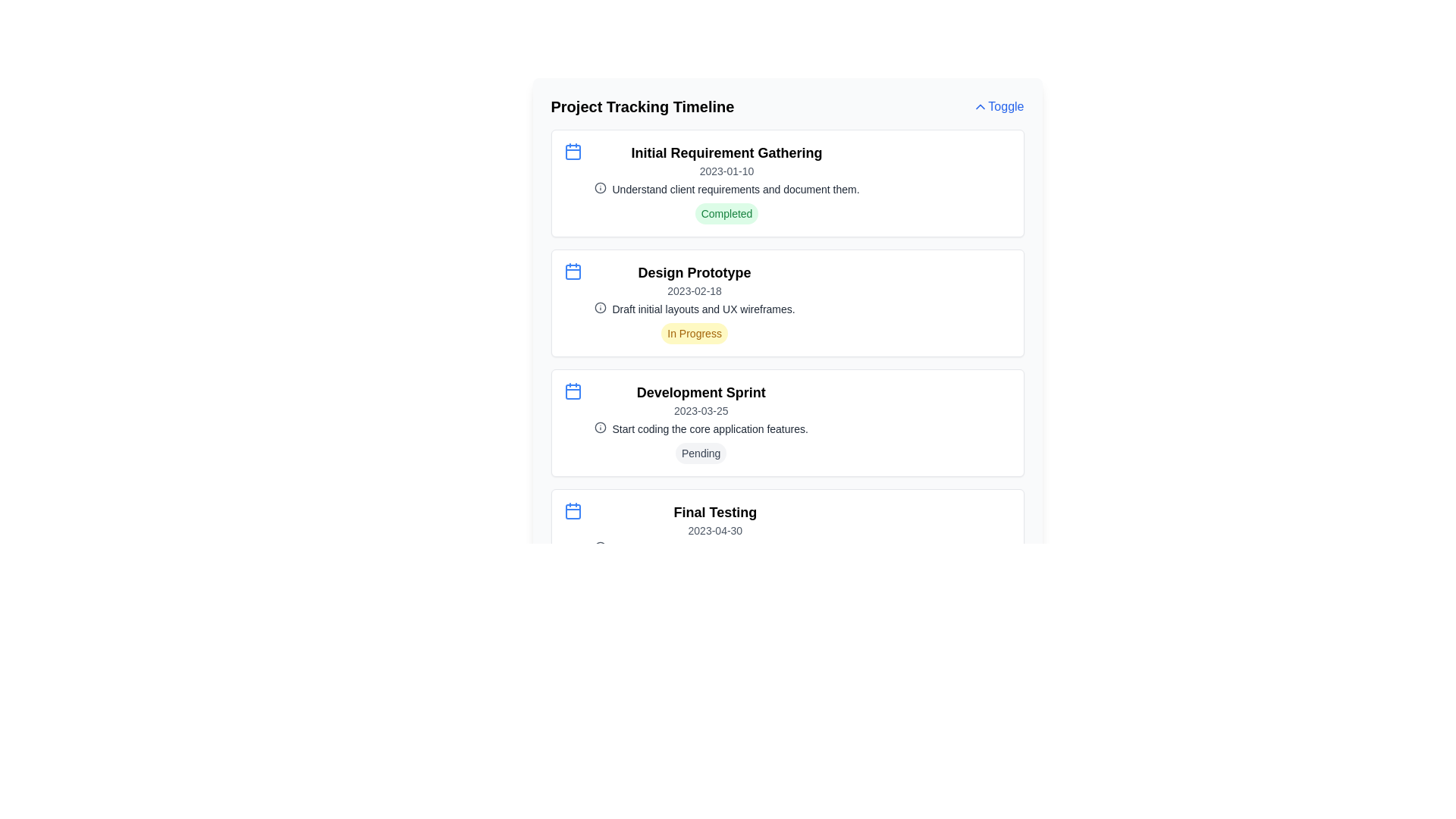  What do you see at coordinates (599, 427) in the screenshot?
I see `the information icon, which is a gray circular outline with a '!' shape inside, located at the beginning of the text block describing 'Start coding the core application features.' in the 'Development Sprint' section` at bounding box center [599, 427].